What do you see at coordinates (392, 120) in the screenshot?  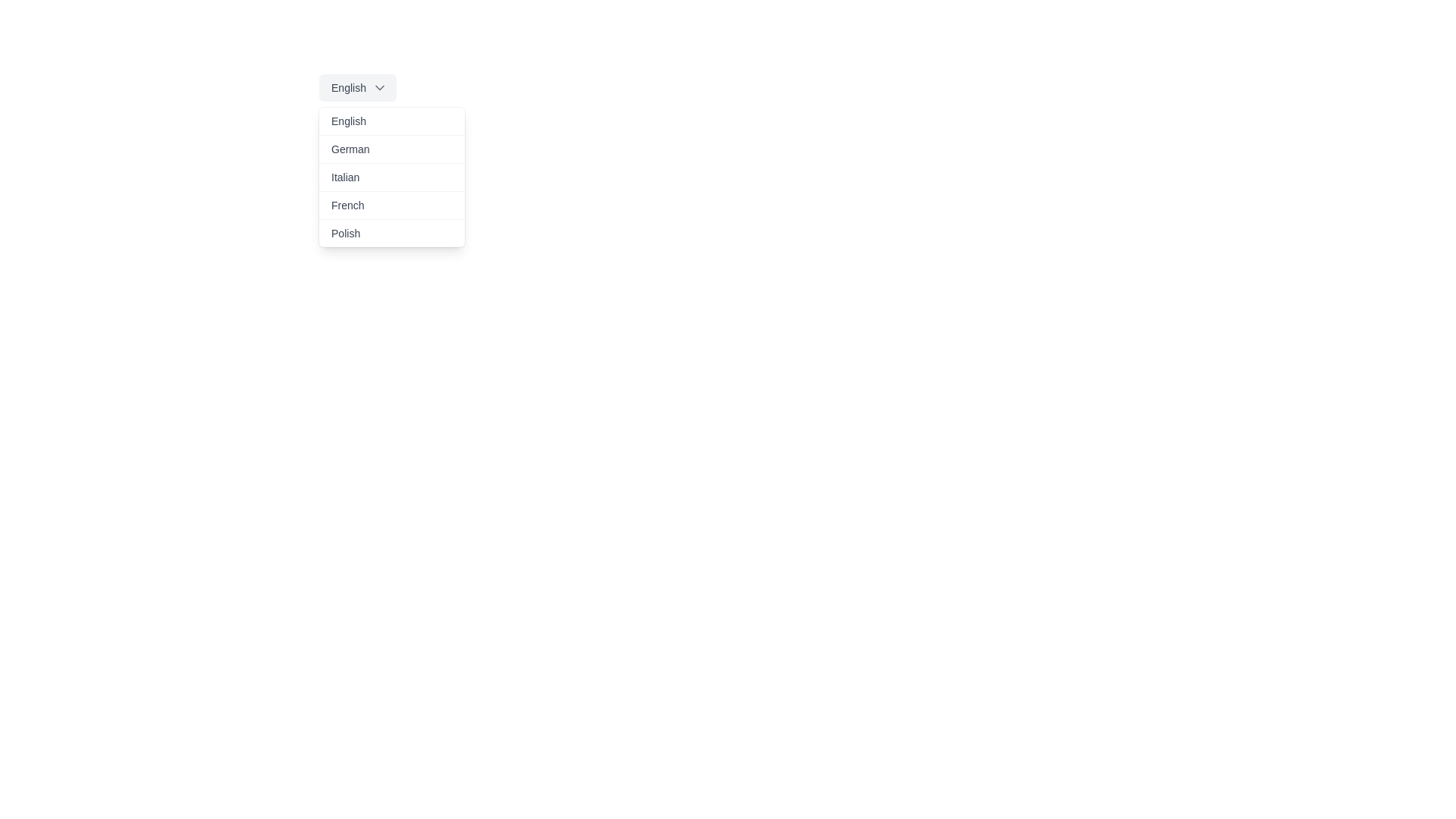 I see `the first option in the dropdown menu` at bounding box center [392, 120].